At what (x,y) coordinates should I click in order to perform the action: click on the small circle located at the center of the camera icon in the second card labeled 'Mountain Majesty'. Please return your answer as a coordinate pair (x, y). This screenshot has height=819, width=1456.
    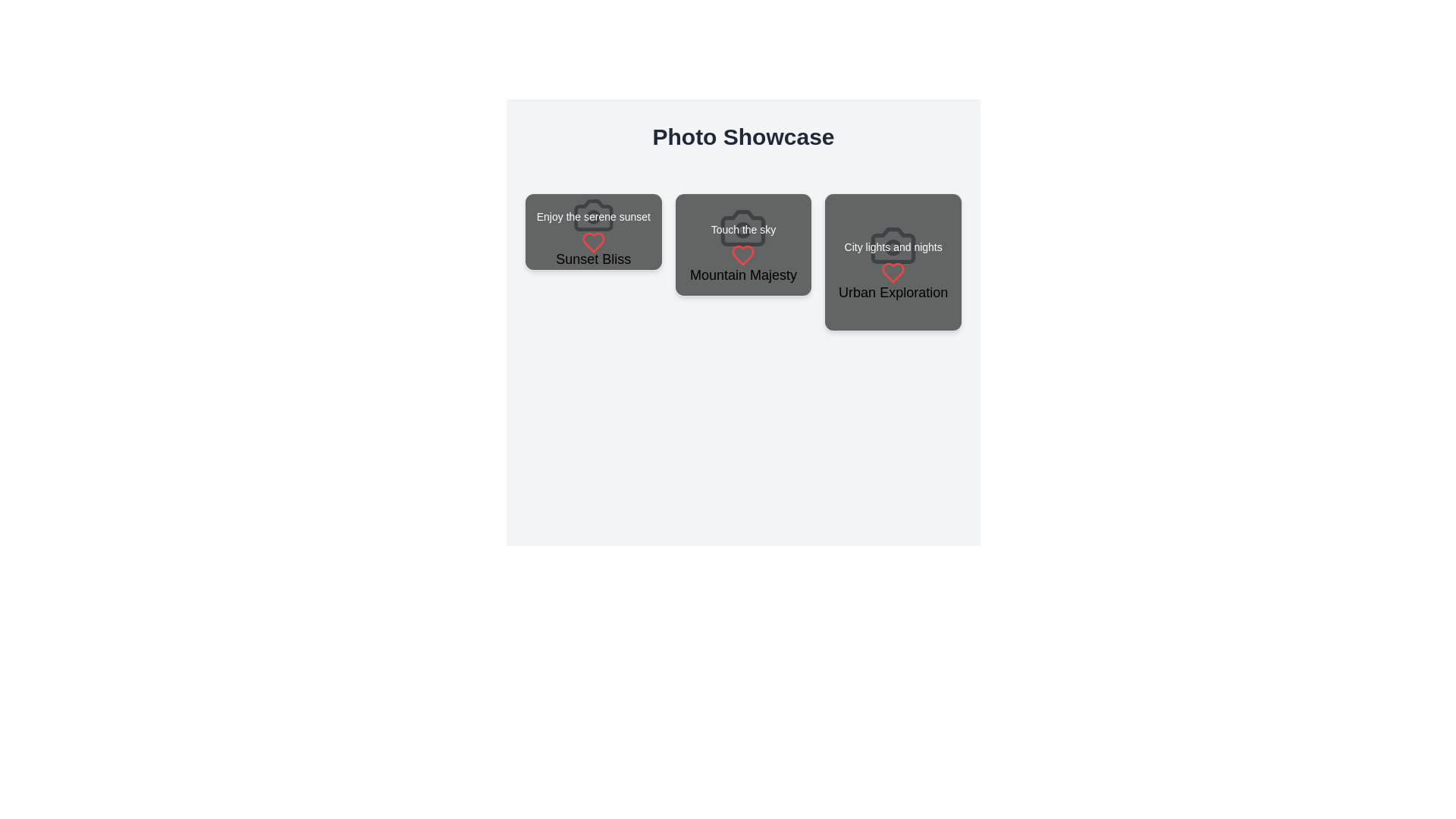
    Looking at the image, I should click on (743, 230).